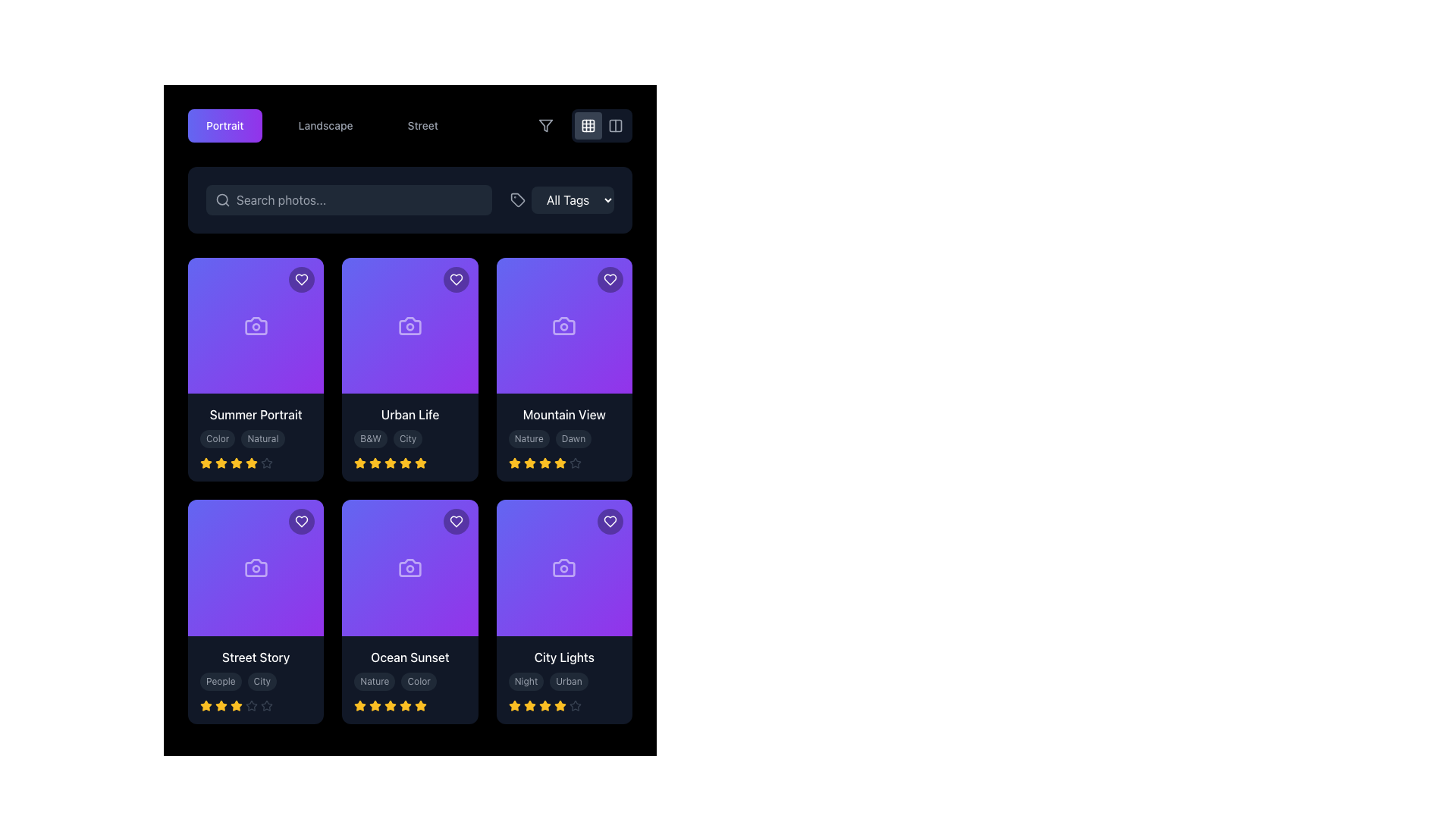  I want to click on the heart icon in the top-right corner of the first card to mark it as favorite, so click(302, 280).